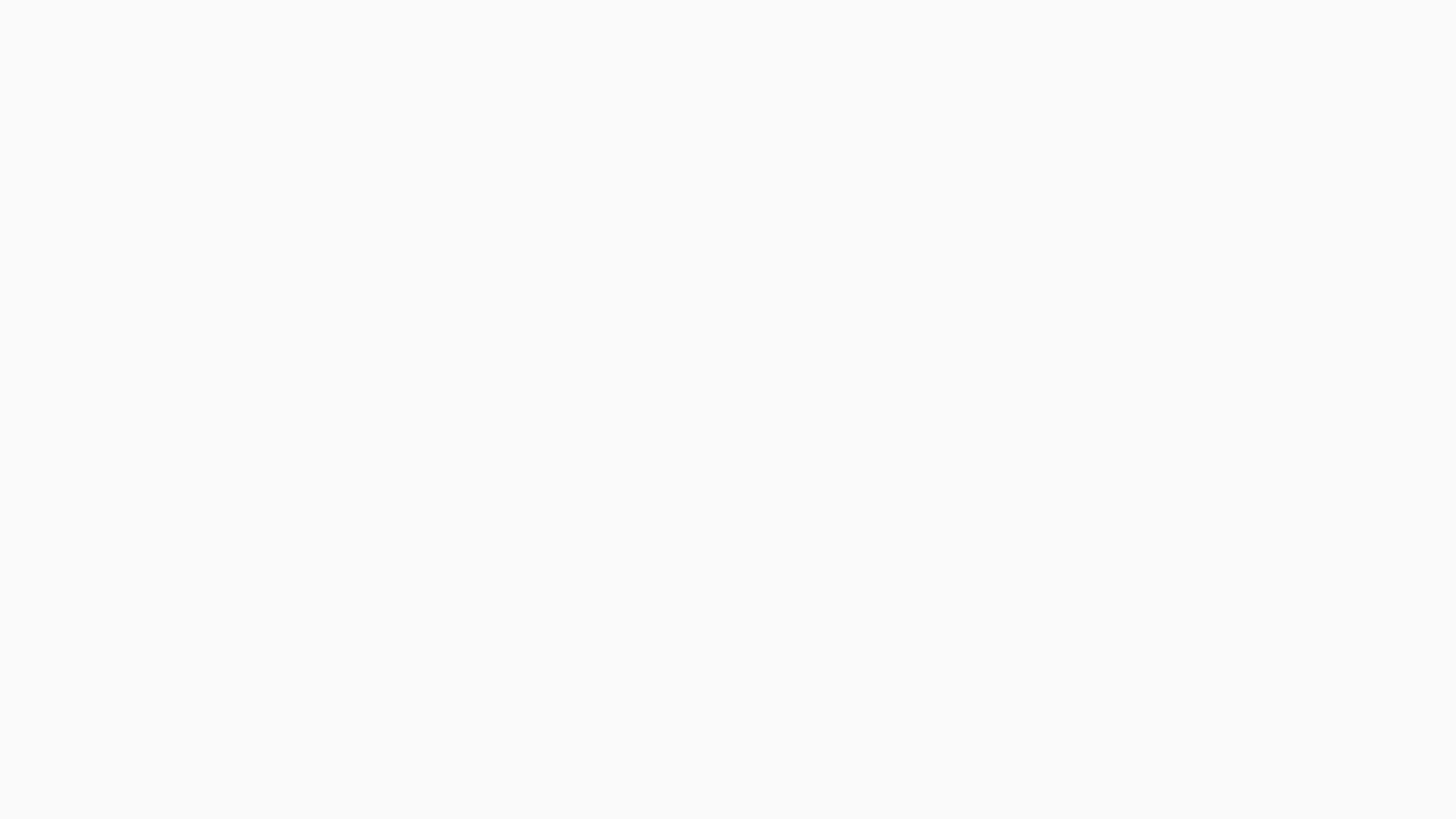 The image size is (1456, 819). Describe the element at coordinates (632, 122) in the screenshot. I see `Copy link` at that location.